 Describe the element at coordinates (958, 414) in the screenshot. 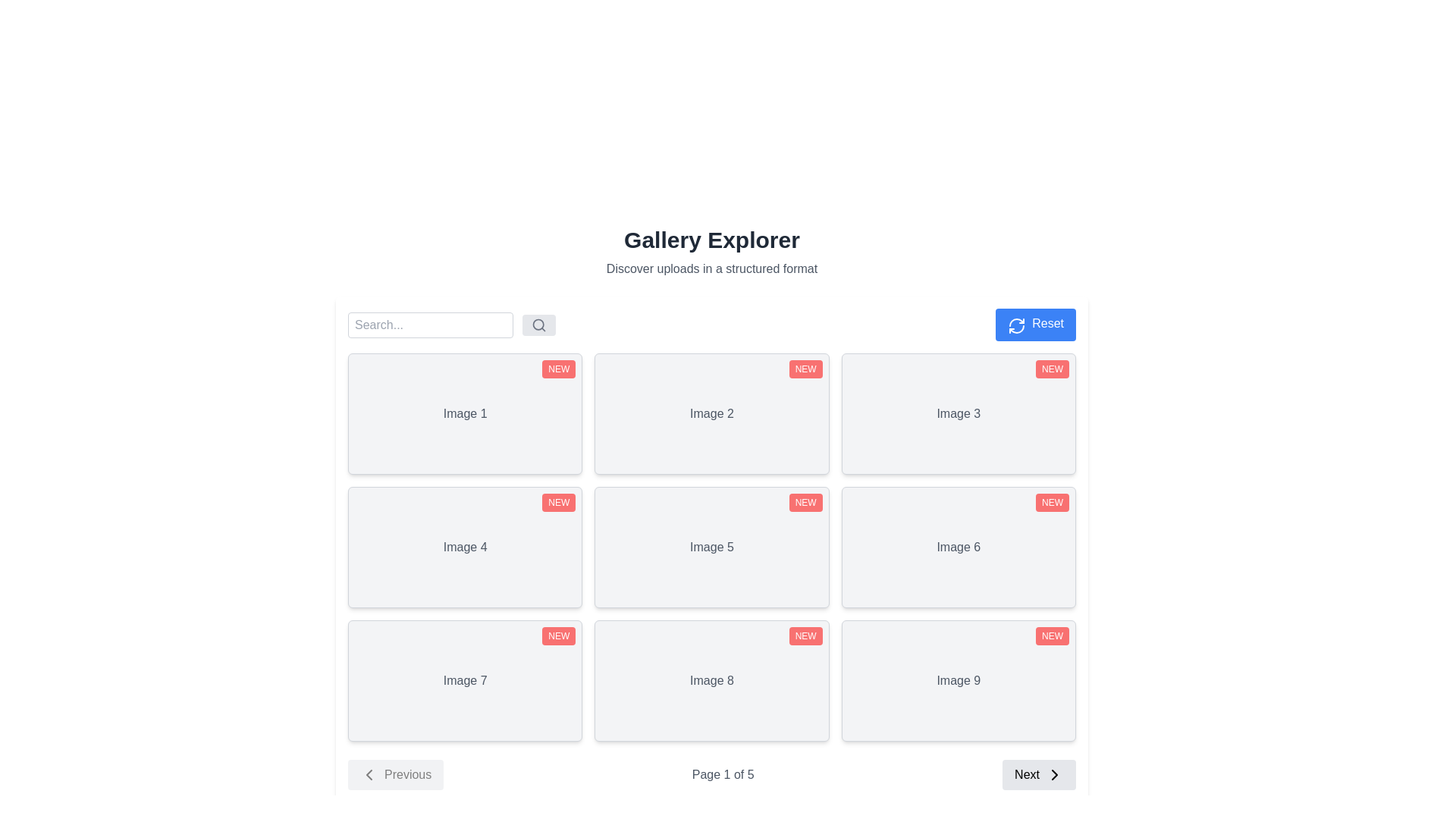

I see `the card labeled 'Image 3' which has a light gray background, a thin dark gray border, centered text 'Image 3' in gray font, and a red 'NEW' badge at the top-right corner` at that location.